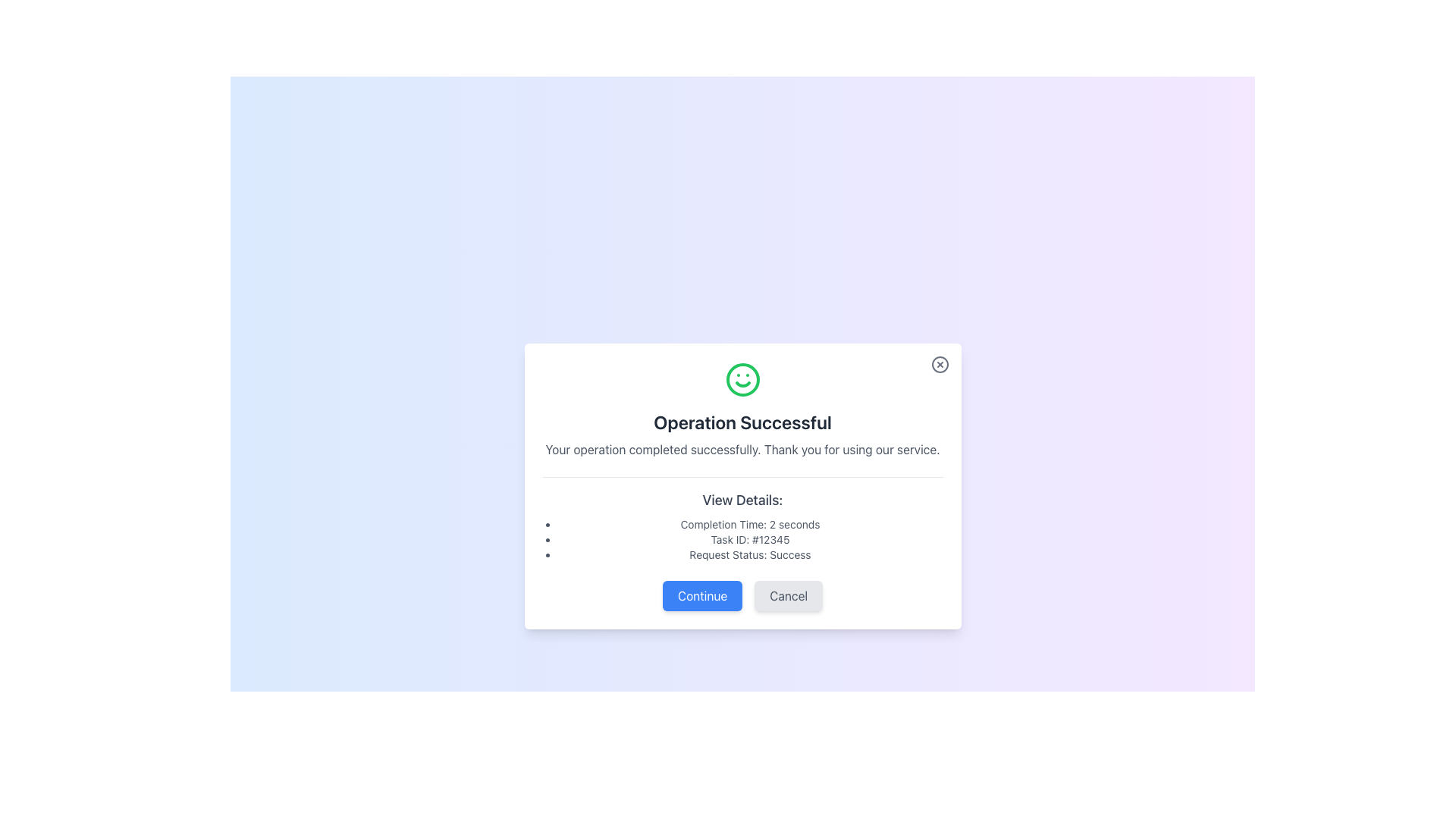  I want to click on the 'Task ID: #12345' text element, which is the second item in a bullet-pointed list within a modal window, so click(750, 538).